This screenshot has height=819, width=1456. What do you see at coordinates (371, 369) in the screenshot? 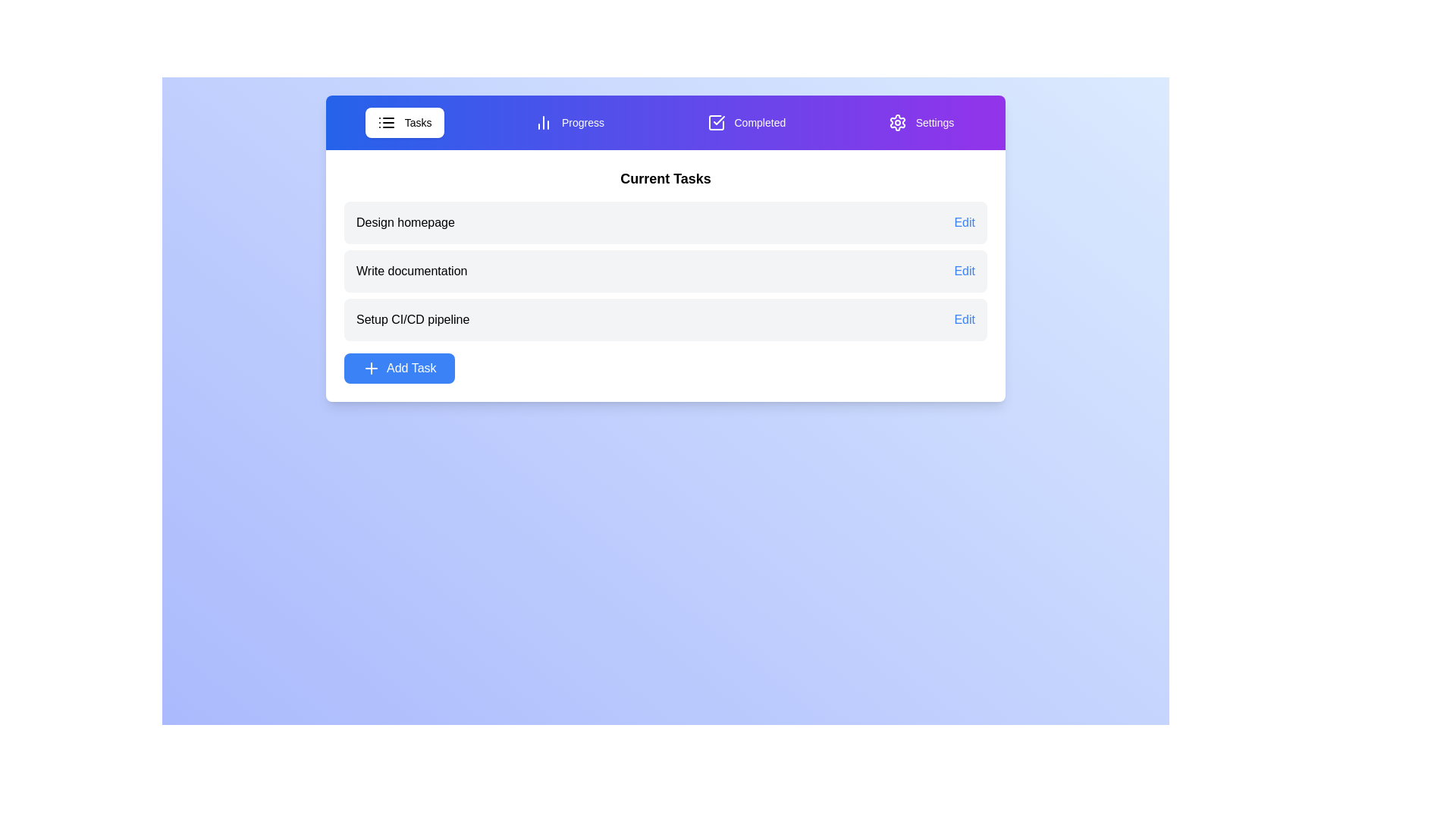
I see `the '+' icon with a blue background, which is located to the left of the 'Add Task' button at the bottom of the task panel` at bounding box center [371, 369].